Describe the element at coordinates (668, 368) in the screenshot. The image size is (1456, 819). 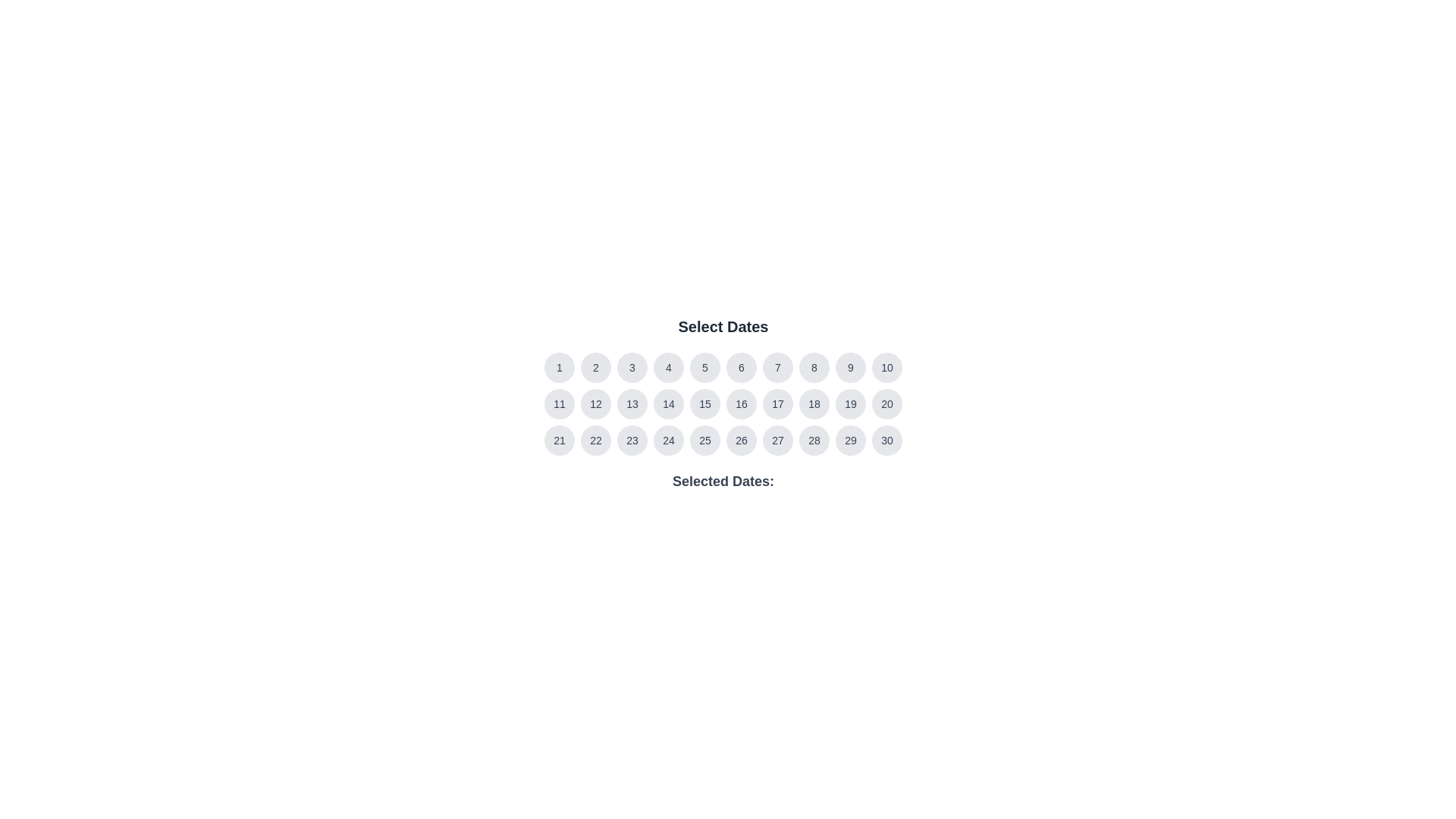
I see `the date selection button located in the first row, fourth position from the left` at that location.